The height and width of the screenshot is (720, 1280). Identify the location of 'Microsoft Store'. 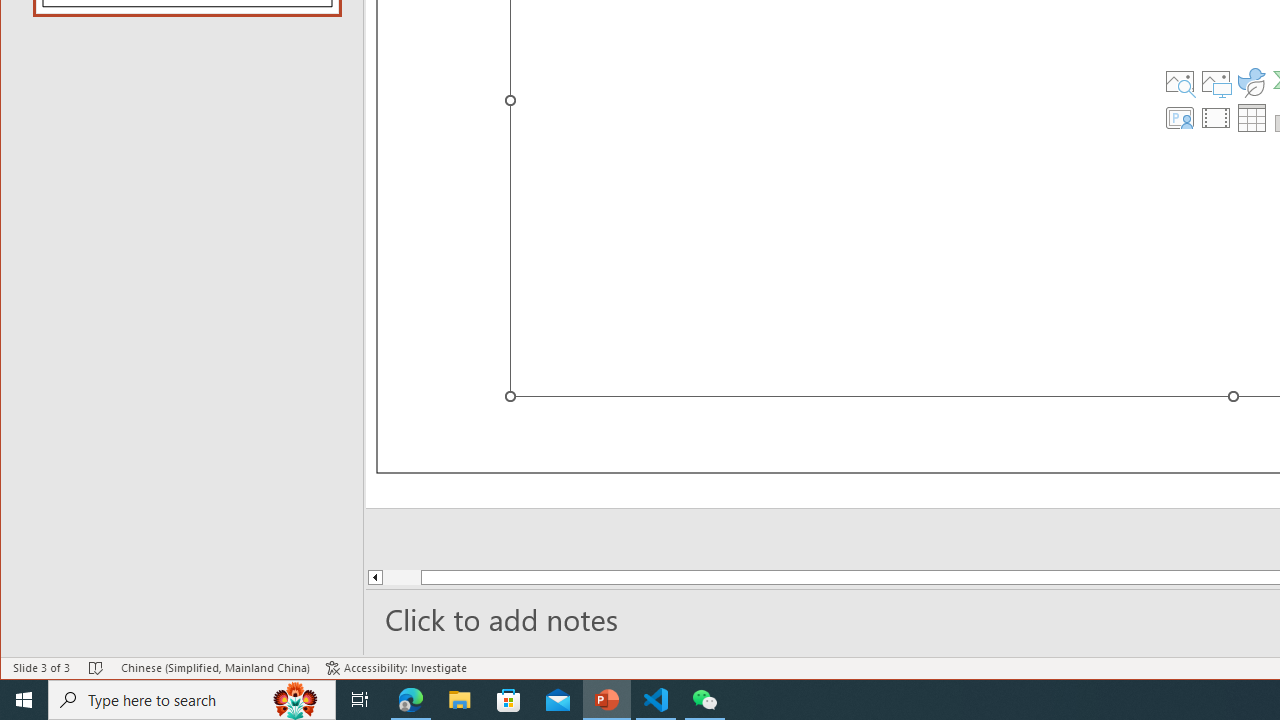
(509, 698).